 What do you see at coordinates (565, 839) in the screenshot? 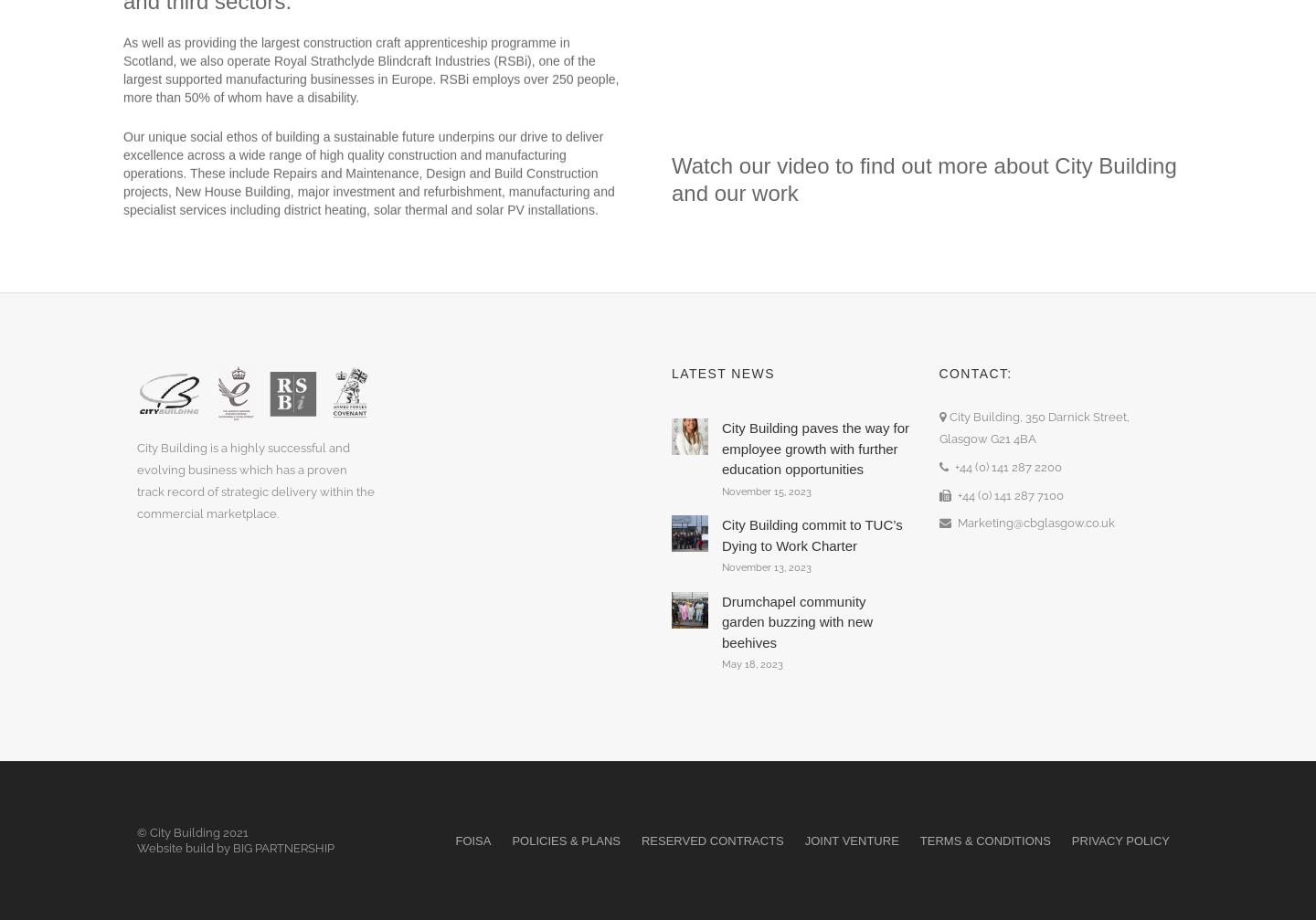
I see `'Policies & Plans'` at bounding box center [565, 839].